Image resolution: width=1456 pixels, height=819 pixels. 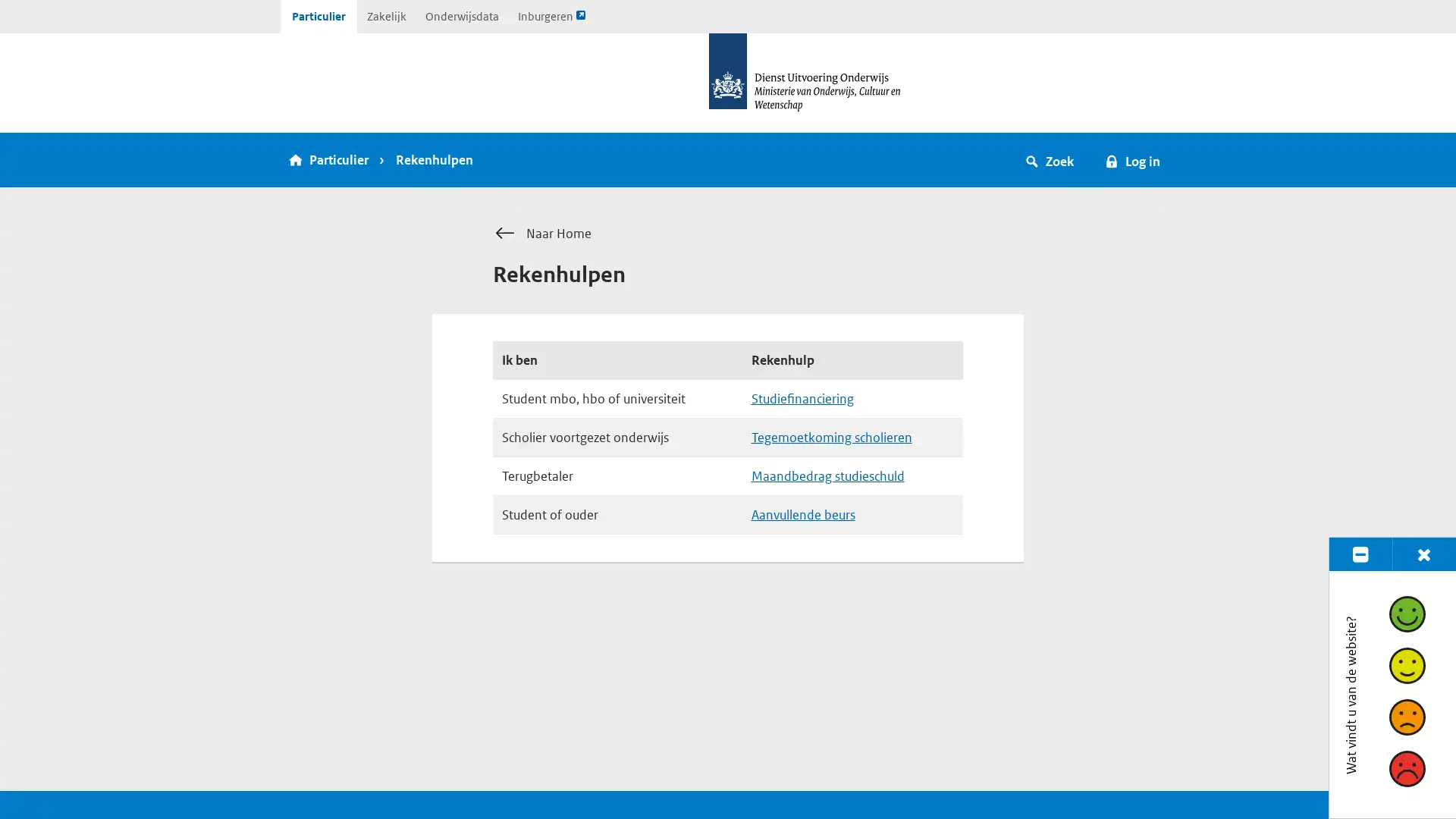 I want to click on Slecht, so click(x=1405, y=768).